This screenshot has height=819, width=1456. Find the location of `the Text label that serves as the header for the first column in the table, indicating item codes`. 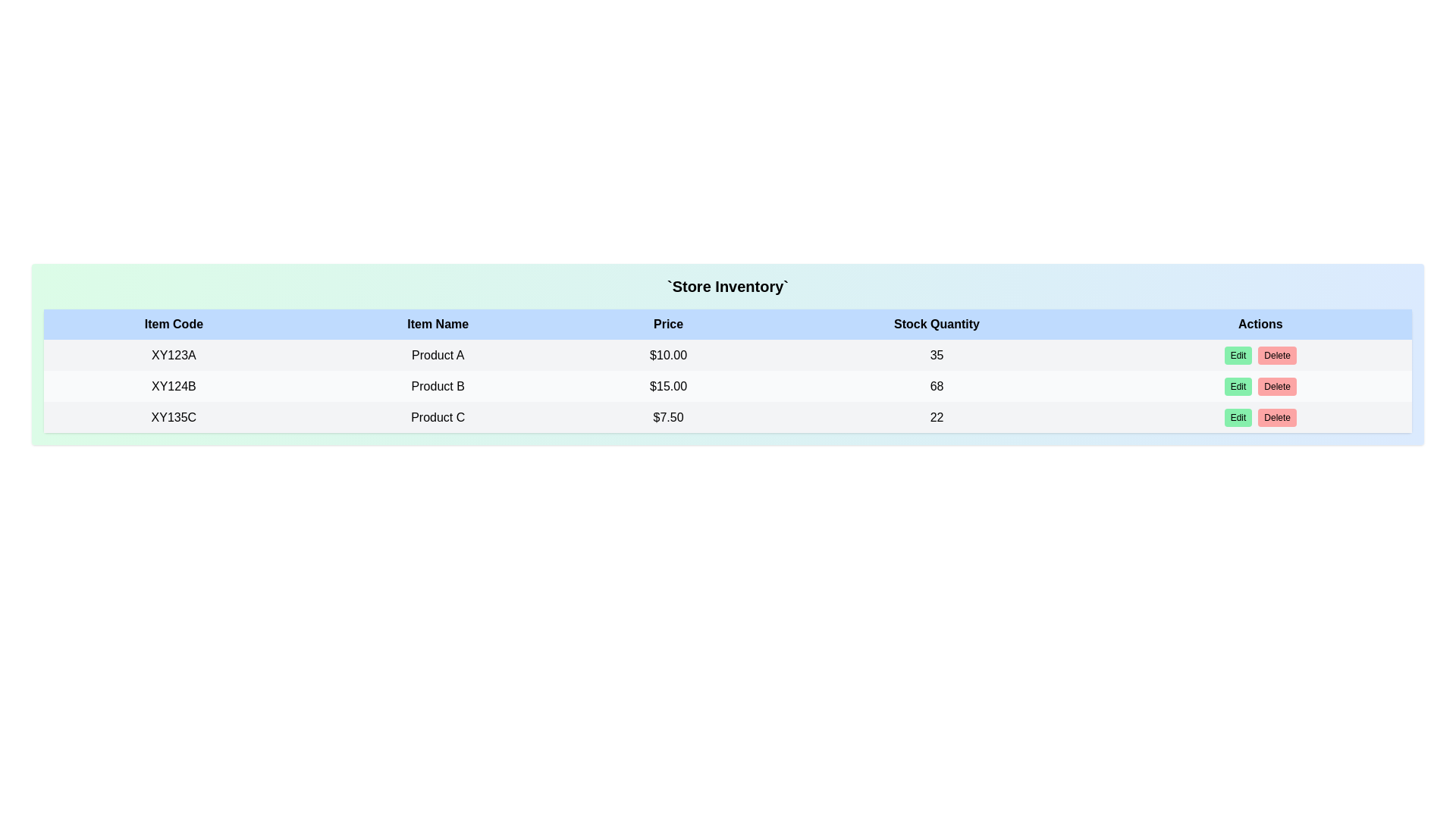

the Text label that serves as the header for the first column in the table, indicating item codes is located at coordinates (174, 324).